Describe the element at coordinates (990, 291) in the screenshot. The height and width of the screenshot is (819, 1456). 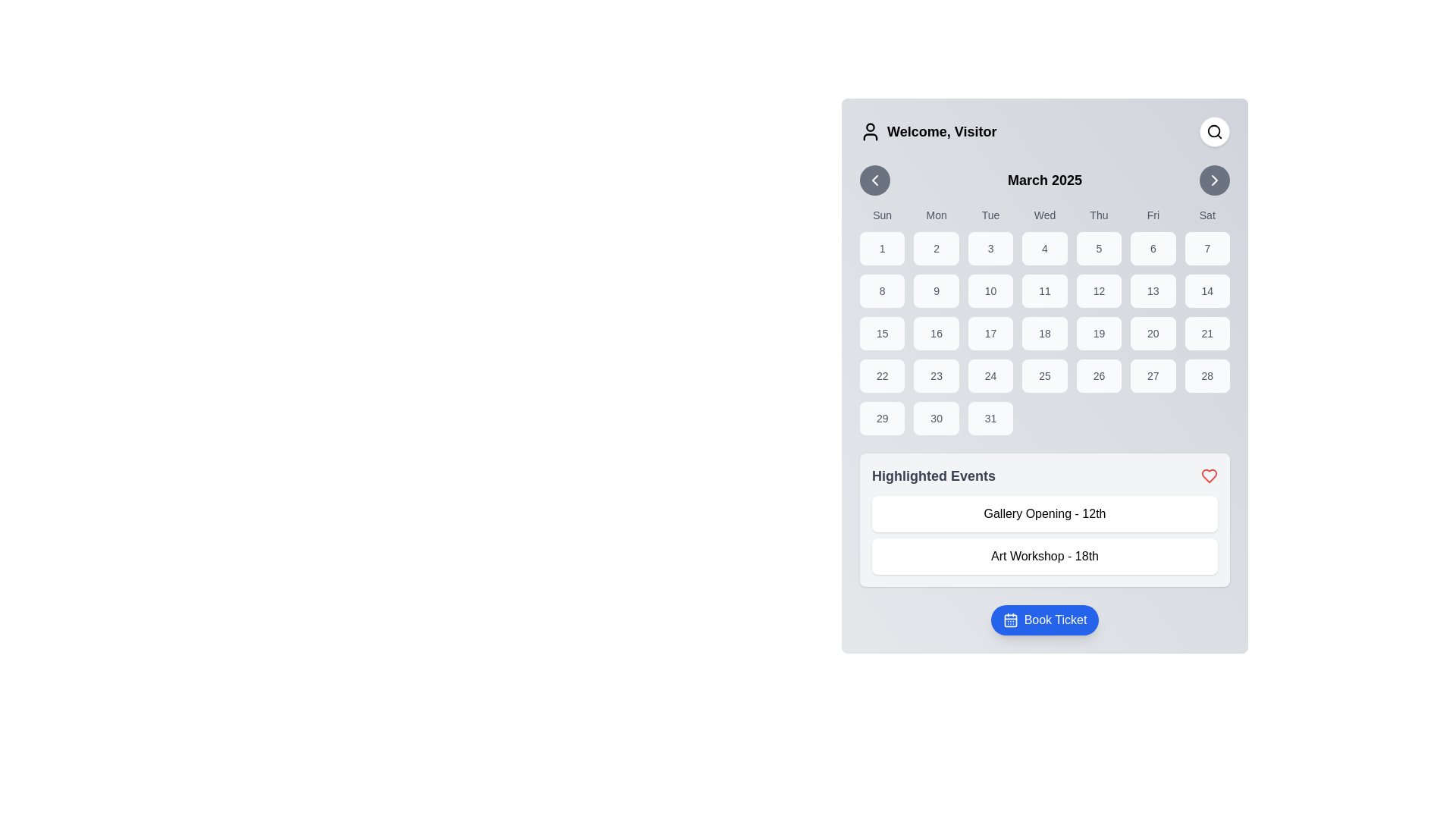
I see `the calendar button representing the 10th day of the month` at that location.